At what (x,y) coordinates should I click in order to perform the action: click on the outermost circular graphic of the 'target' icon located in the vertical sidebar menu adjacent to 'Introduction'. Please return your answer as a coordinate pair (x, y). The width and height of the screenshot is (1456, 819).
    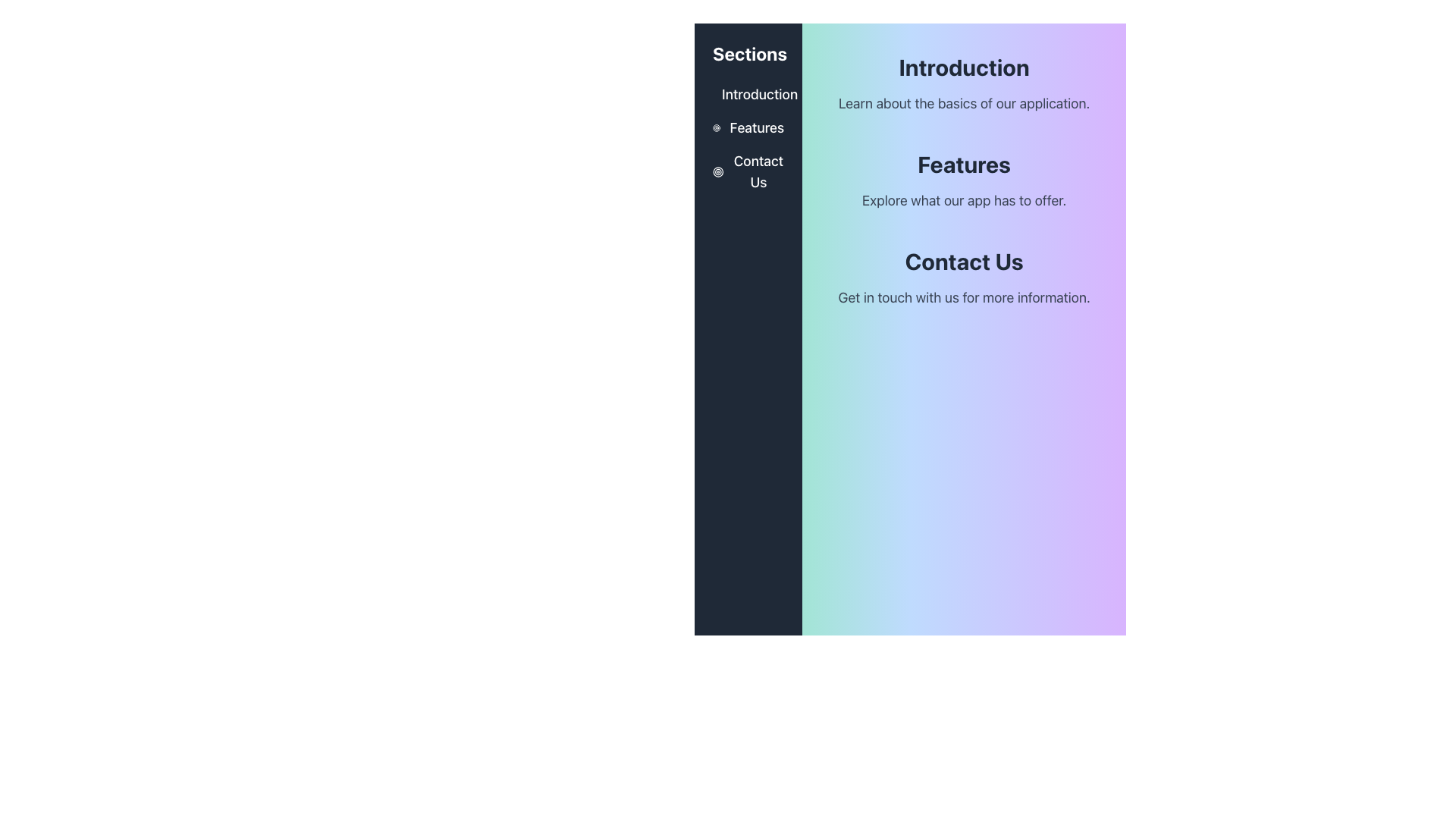
    Looking at the image, I should click on (720, 96).